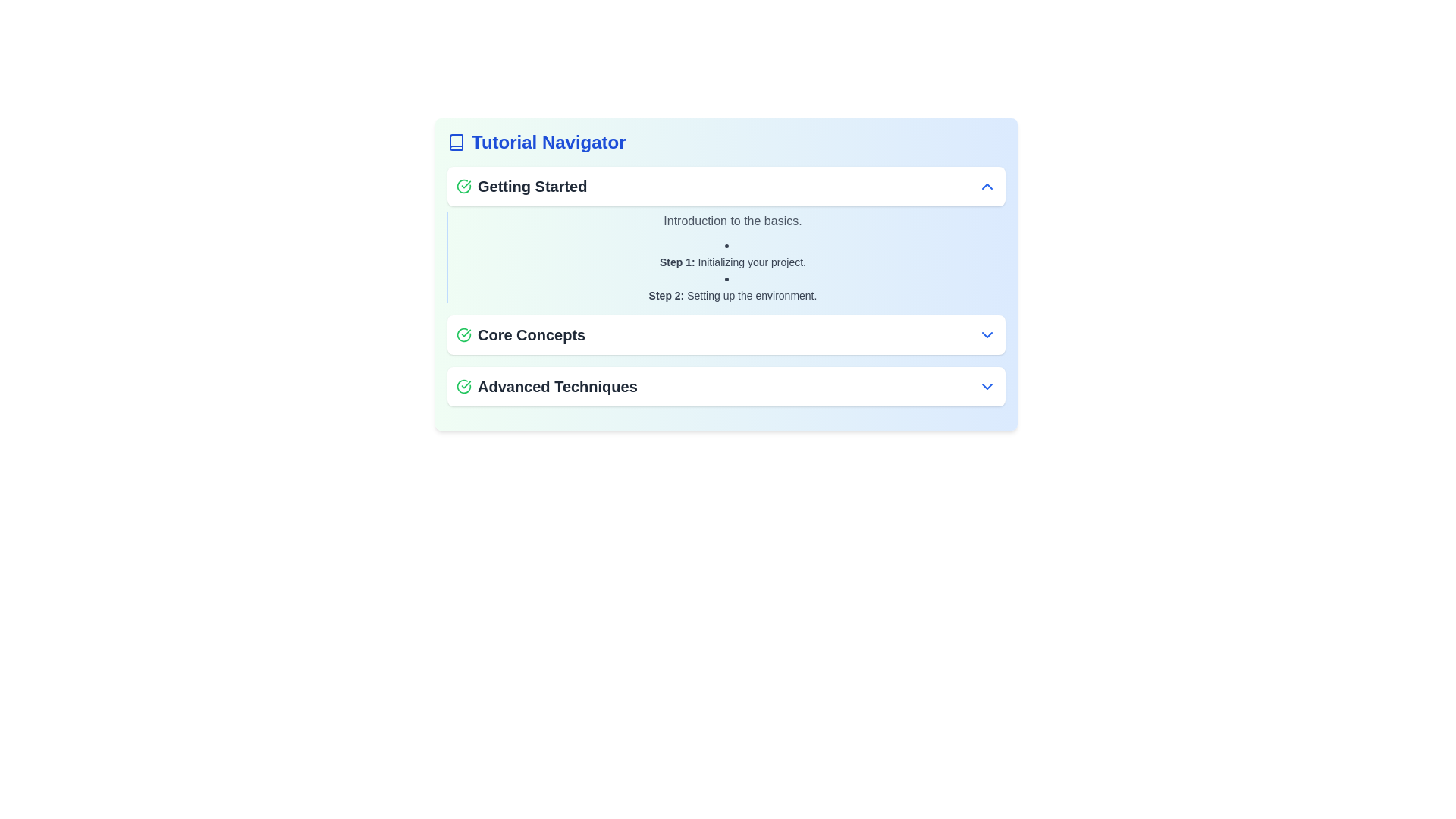  Describe the element at coordinates (522, 186) in the screenshot. I see `the section header Text element with an icon in the Tutorial Navigator, which indicates the start of the tutorial` at that location.